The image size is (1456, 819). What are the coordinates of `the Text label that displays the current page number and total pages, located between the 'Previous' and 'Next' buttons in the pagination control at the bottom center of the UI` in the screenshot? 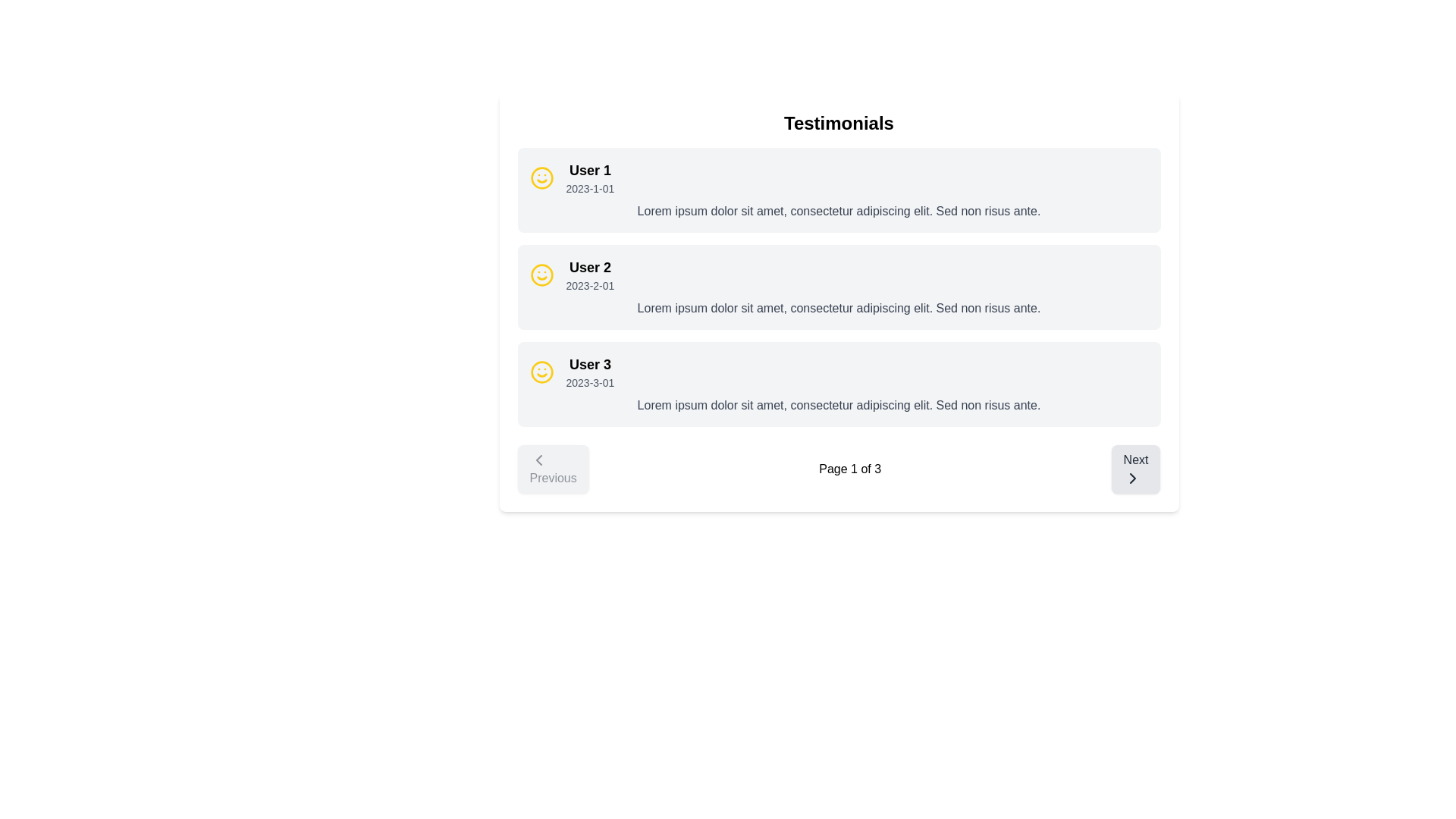 It's located at (850, 468).